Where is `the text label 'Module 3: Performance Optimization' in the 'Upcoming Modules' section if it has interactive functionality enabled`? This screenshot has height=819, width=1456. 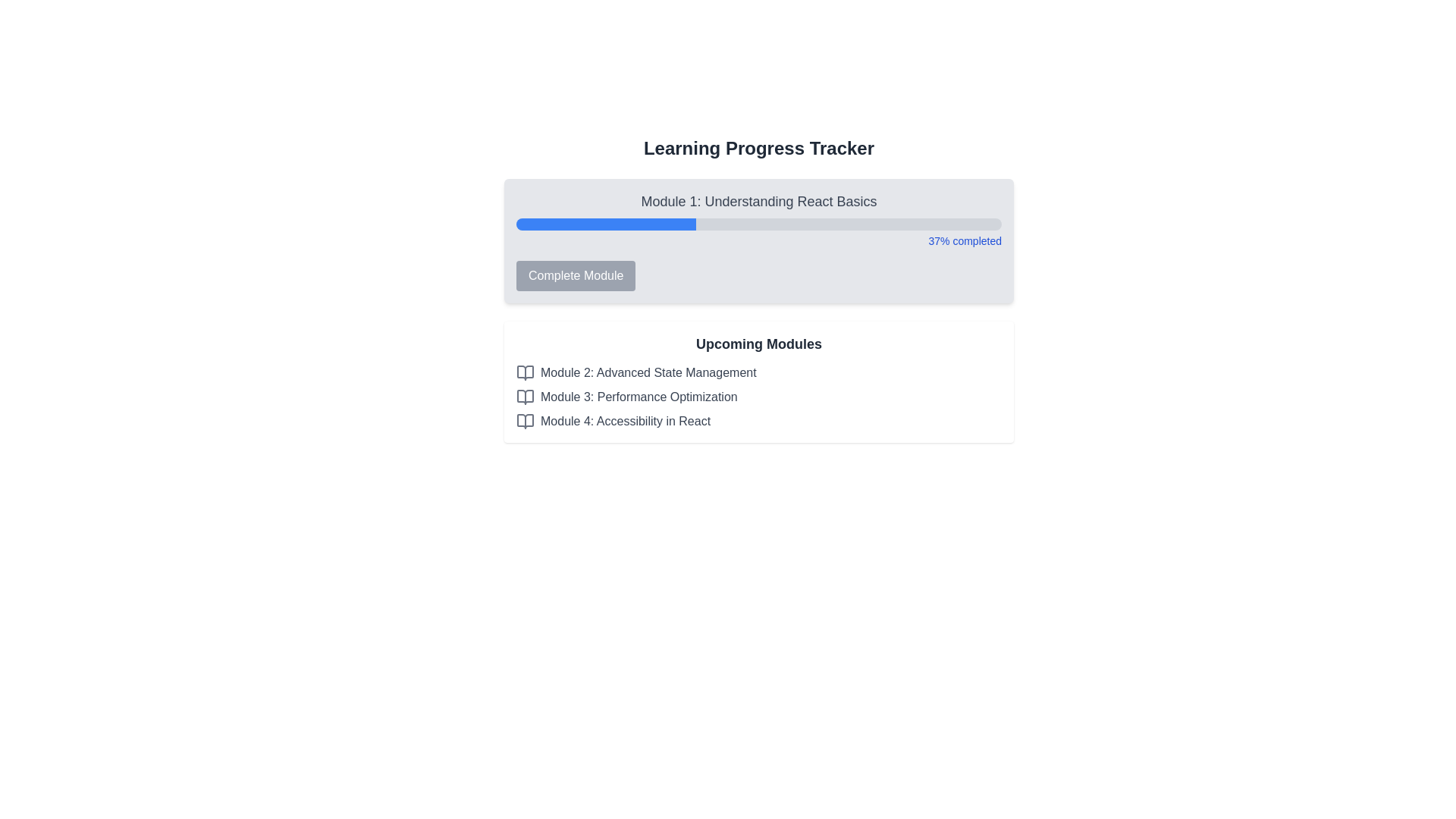 the text label 'Module 3: Performance Optimization' in the 'Upcoming Modules' section if it has interactive functionality enabled is located at coordinates (639, 397).